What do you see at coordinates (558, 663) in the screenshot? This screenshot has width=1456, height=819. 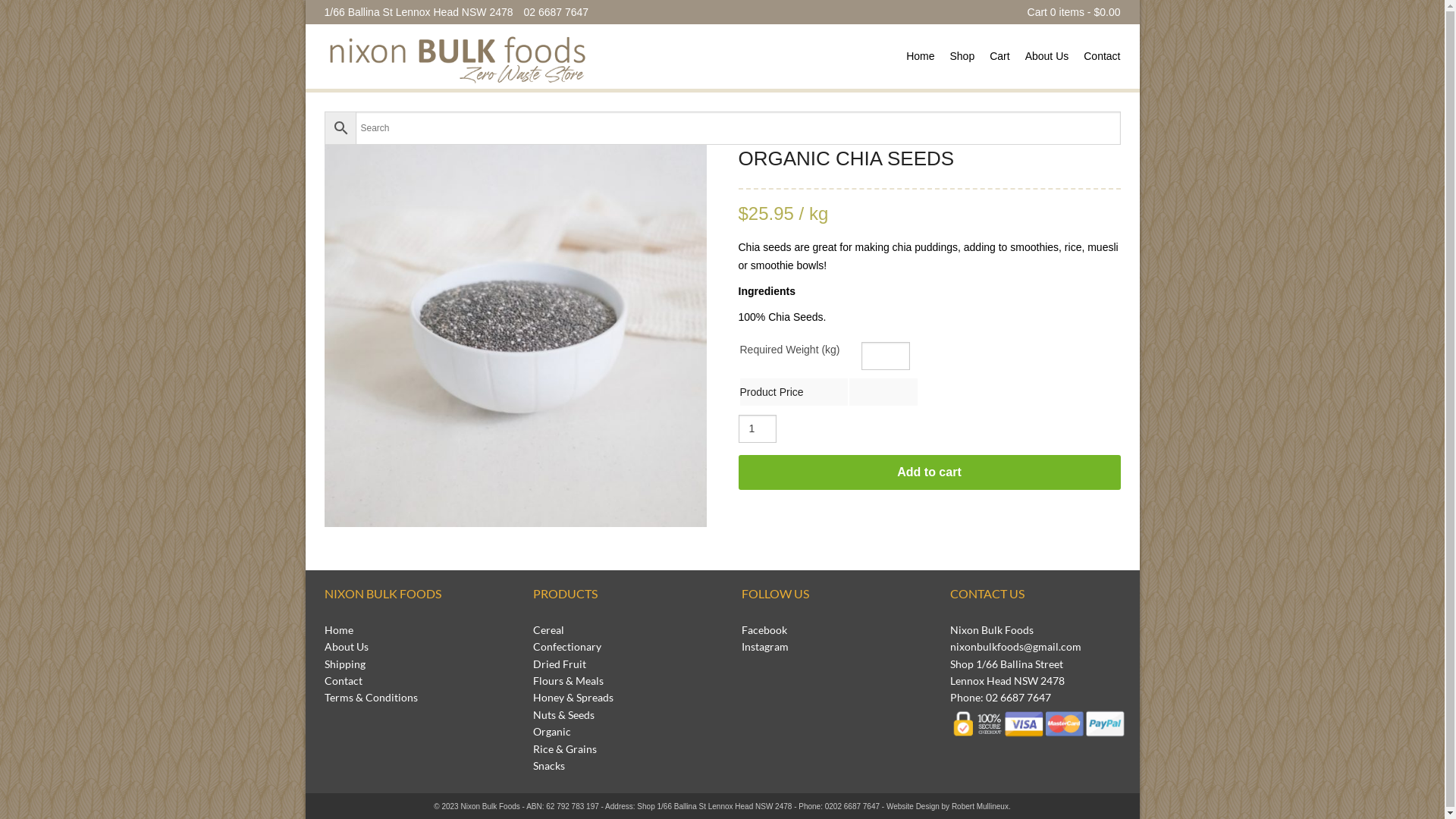 I see `'Dried Fruit'` at bounding box center [558, 663].